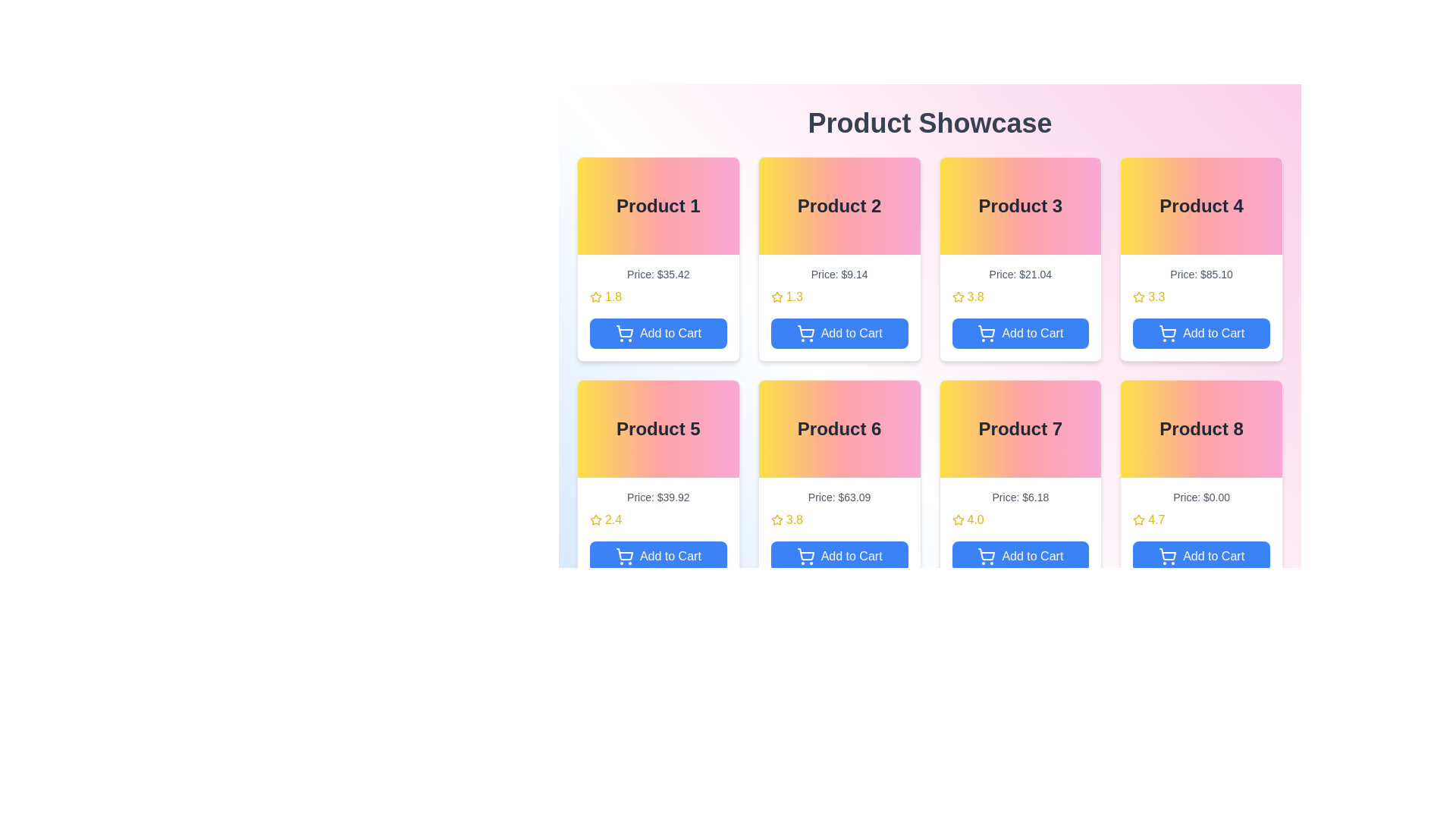  Describe the element at coordinates (658, 332) in the screenshot. I see `the fifth button below the price and rating information of 'Product 1'` at that location.